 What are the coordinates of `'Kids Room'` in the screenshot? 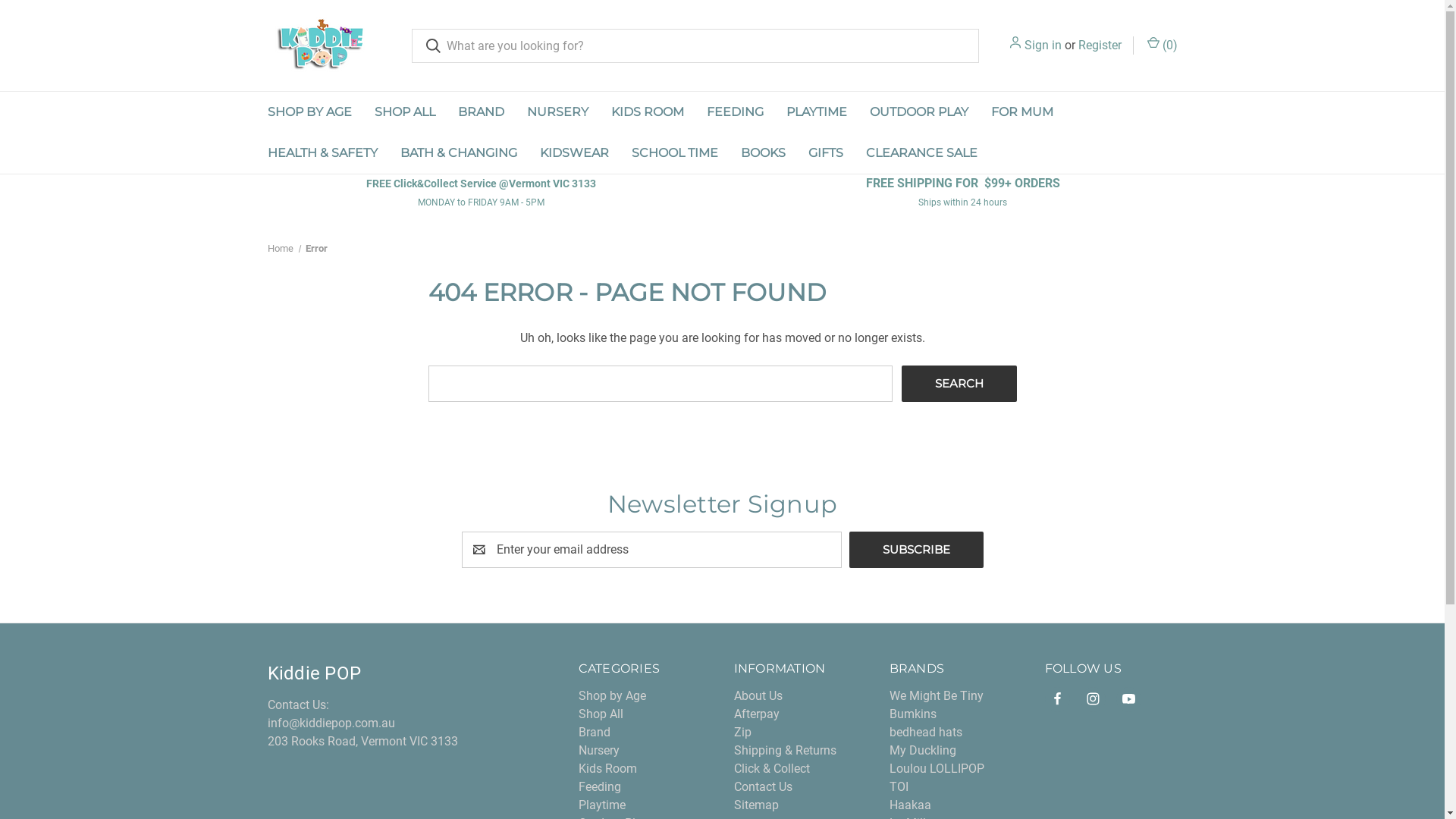 It's located at (607, 768).